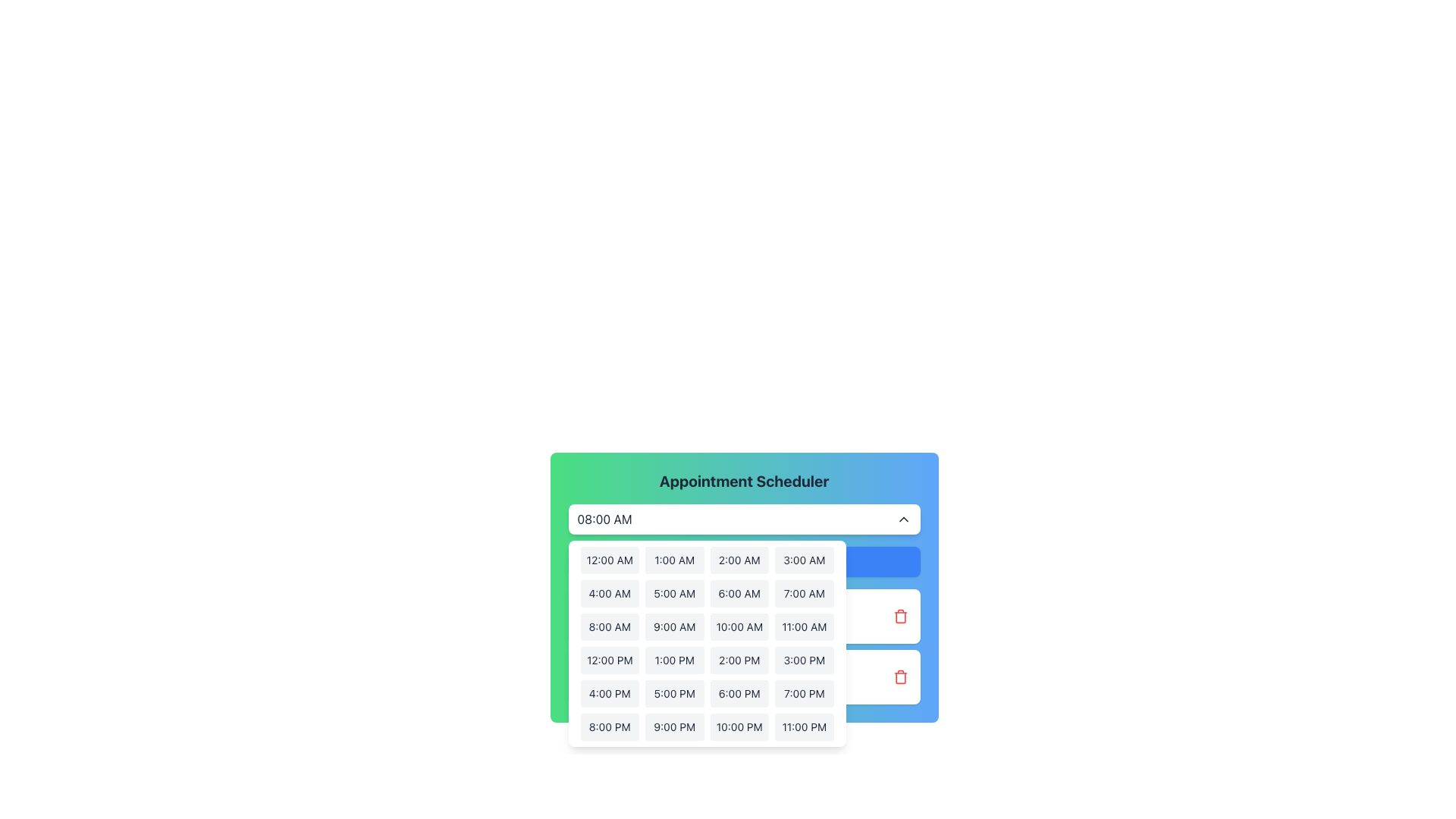 This screenshot has height=819, width=1456. What do you see at coordinates (610, 560) in the screenshot?
I see `the button labeled '12:00 AM' in the dropdown list of time options` at bounding box center [610, 560].